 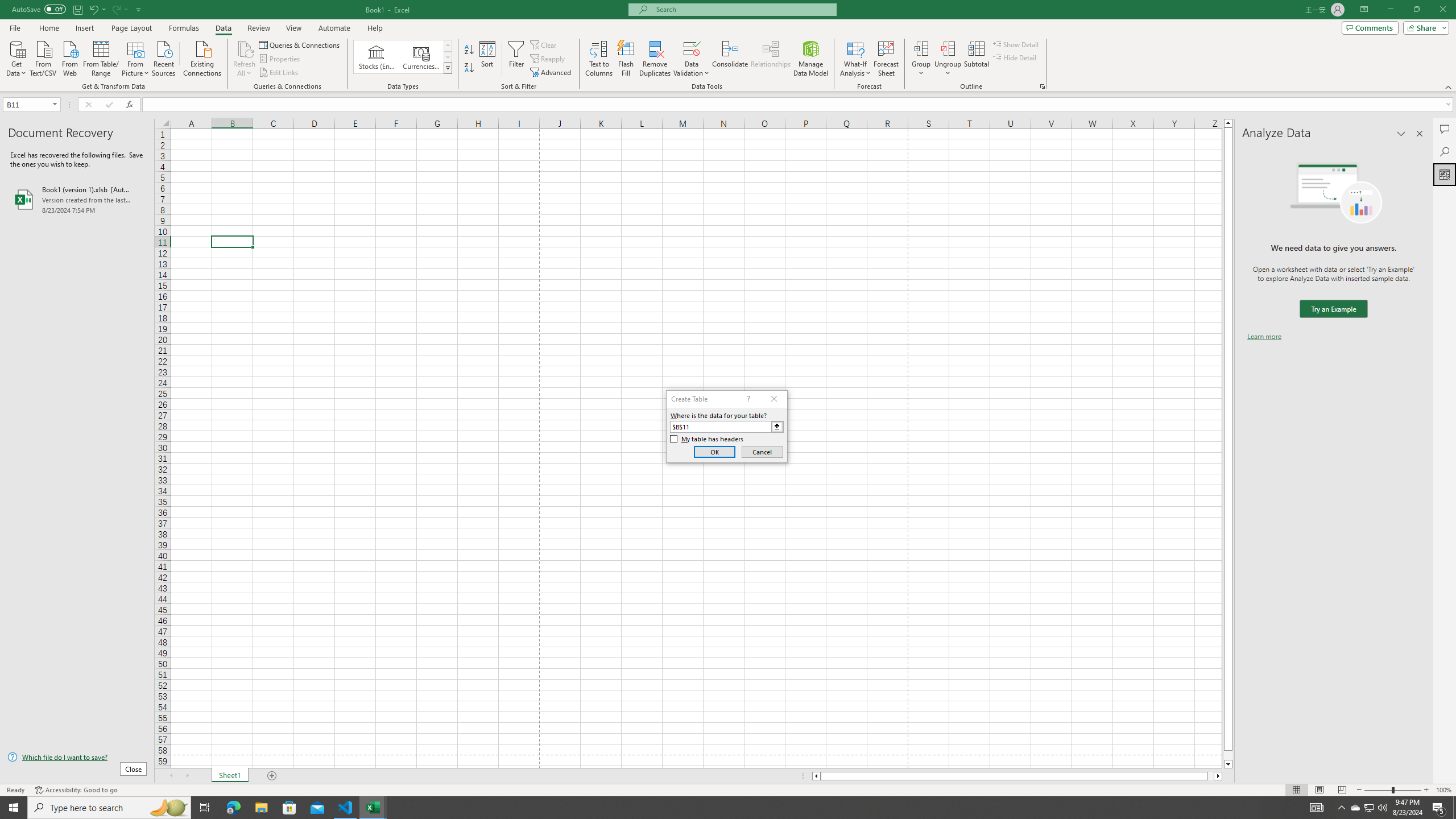 I want to click on 'From Picture', so click(x=136, y=57).